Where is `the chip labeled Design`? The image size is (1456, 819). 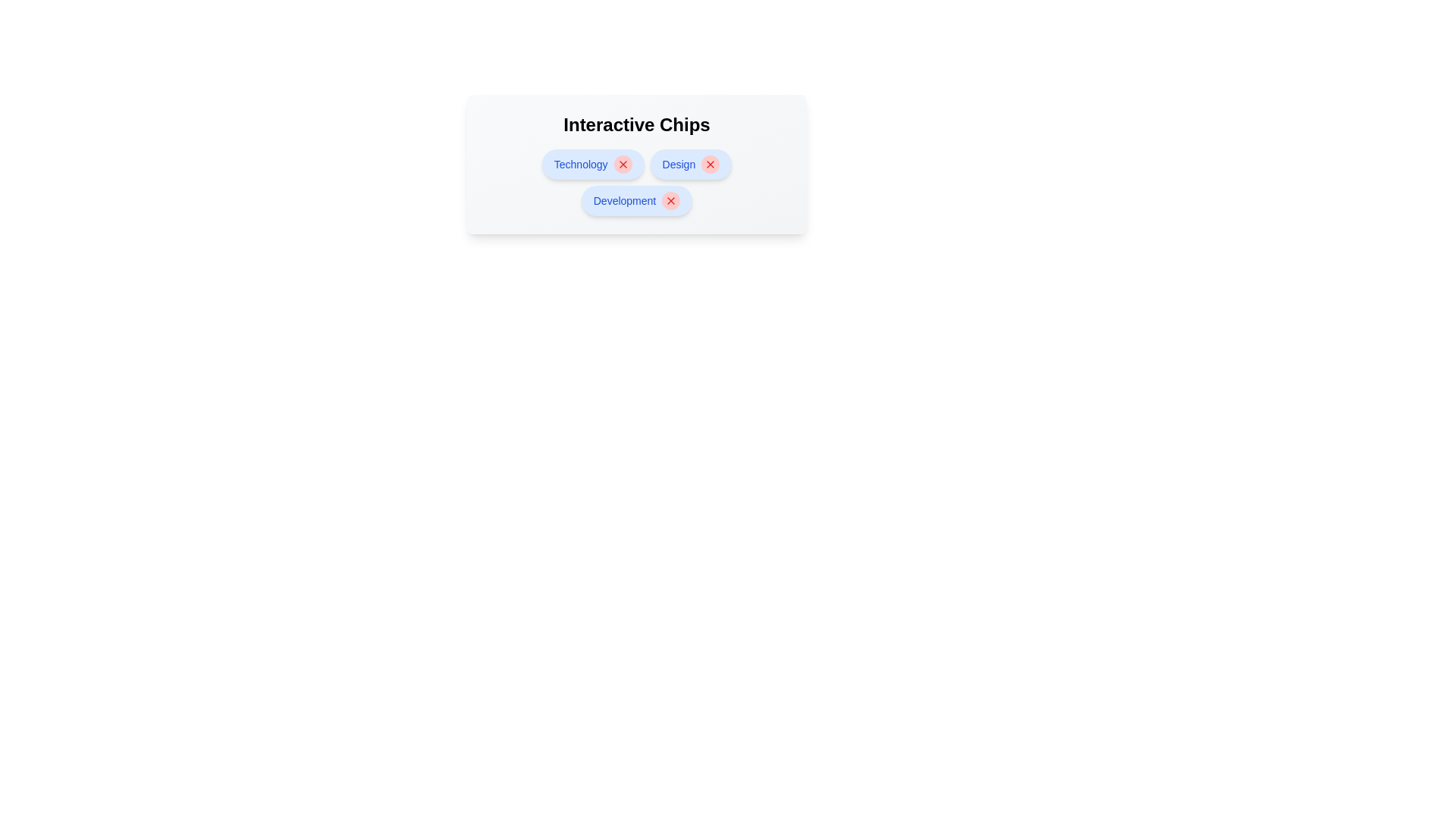 the chip labeled Design is located at coordinates (678, 164).